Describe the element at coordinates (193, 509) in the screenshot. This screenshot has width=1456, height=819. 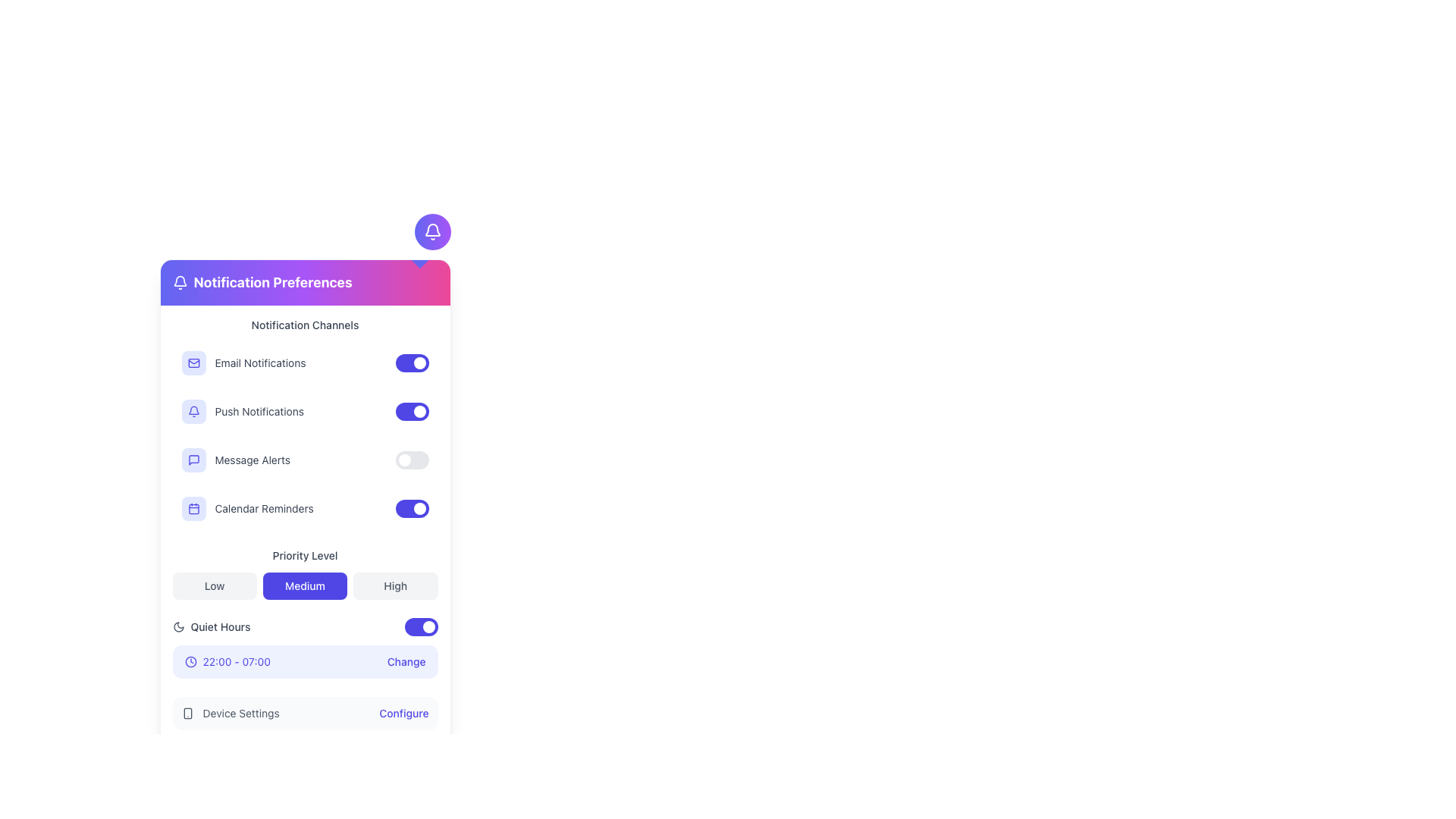
I see `the calendar notification icon, which is located in the fourth row of notification channels and has a rounded indigo-filled background, next to the 'Calendar Reminders' text label` at that location.